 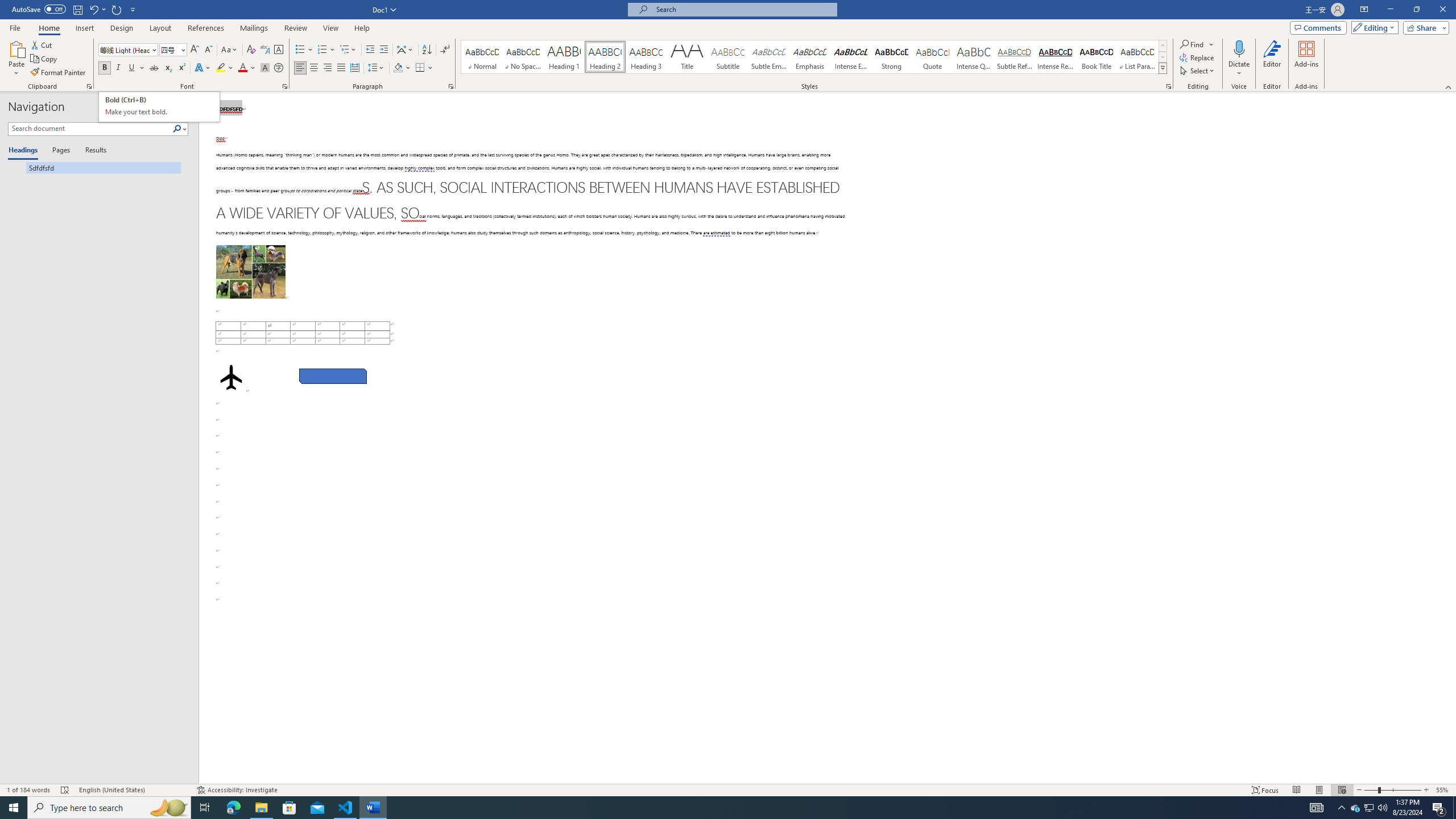 I want to click on 'Dictate', so click(x=1238, y=59).